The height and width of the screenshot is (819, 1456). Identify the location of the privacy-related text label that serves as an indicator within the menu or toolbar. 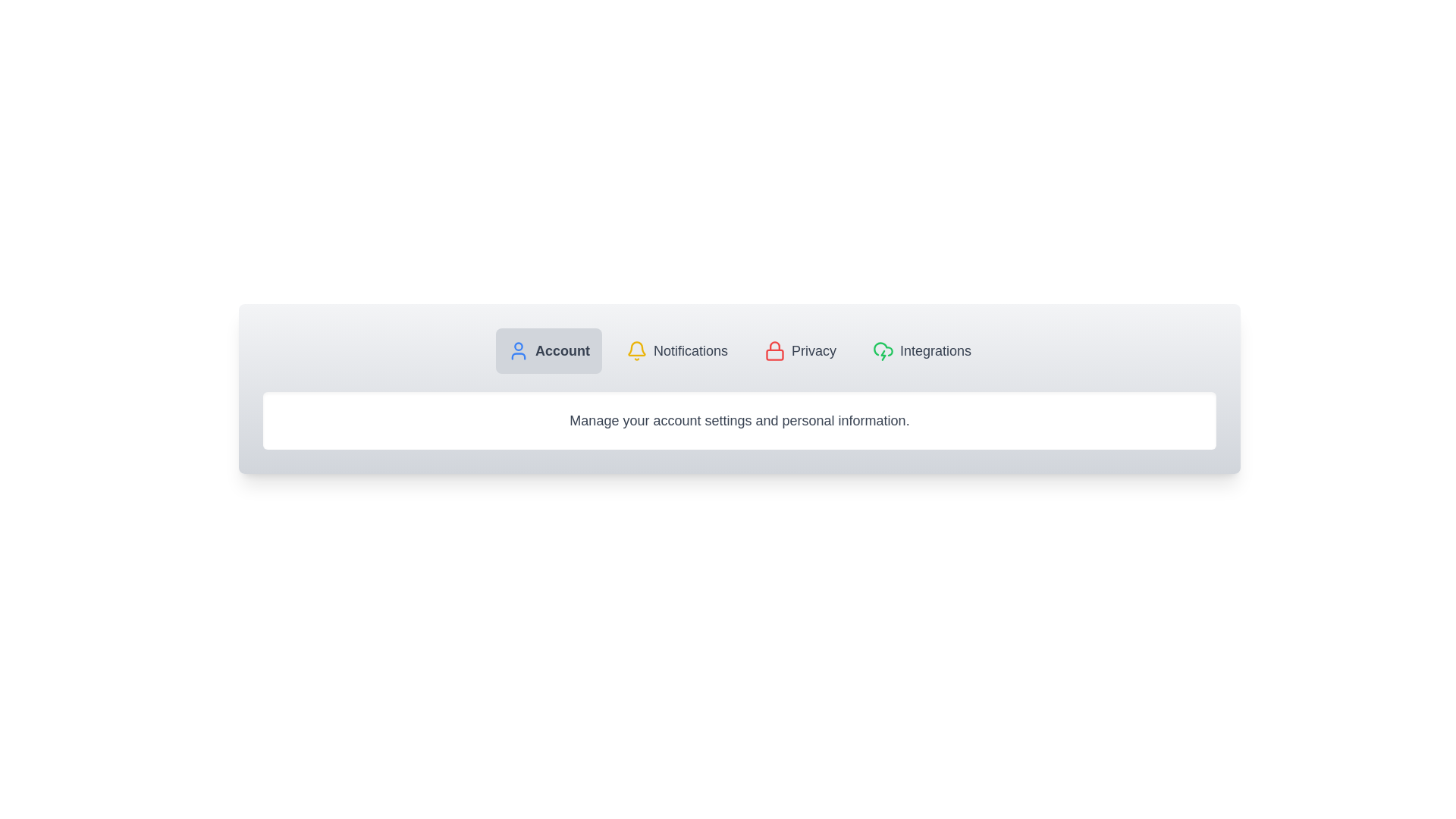
(813, 350).